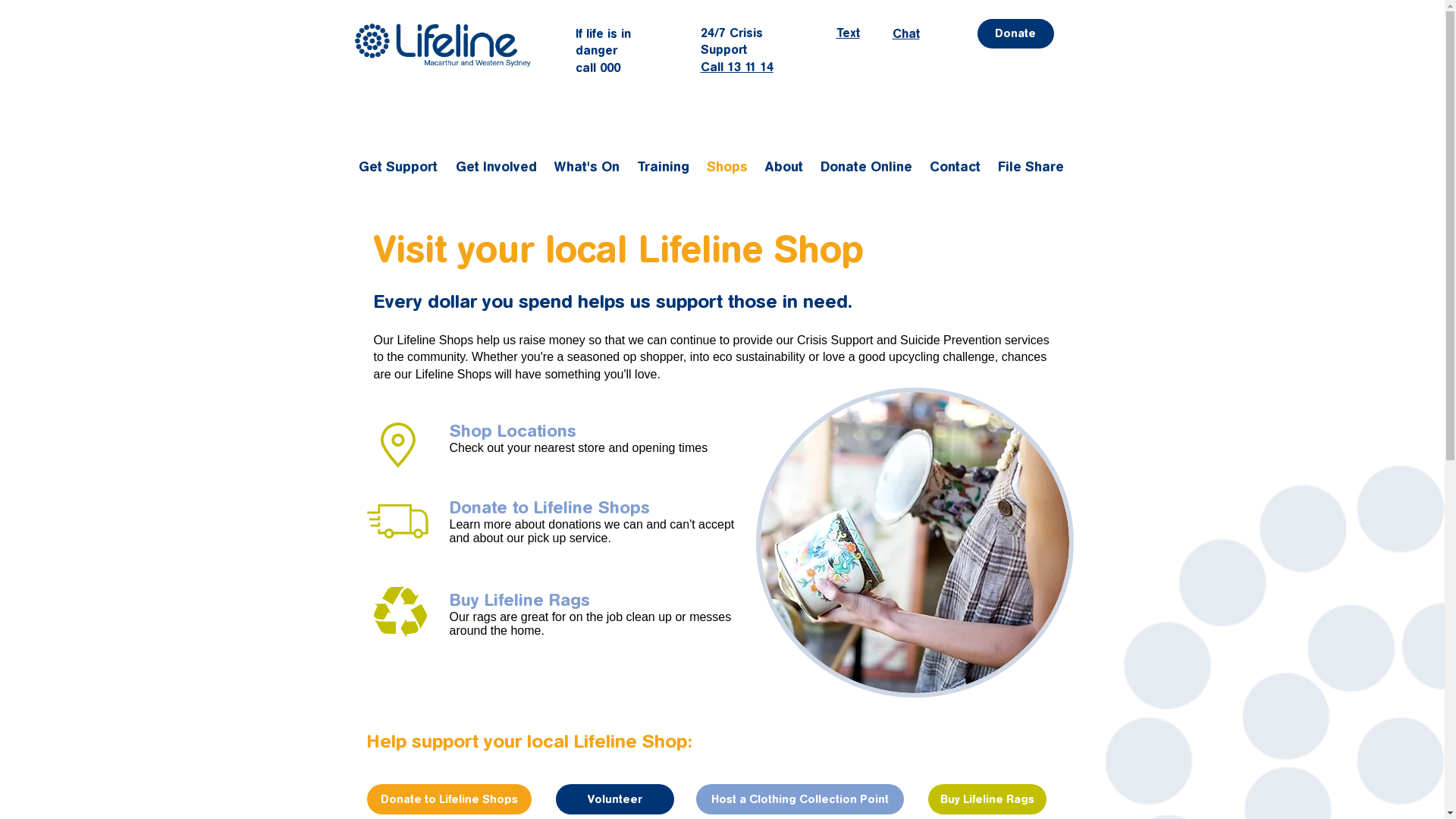 This screenshot has width=1456, height=819. What do you see at coordinates (586, 166) in the screenshot?
I see `'What's On'` at bounding box center [586, 166].